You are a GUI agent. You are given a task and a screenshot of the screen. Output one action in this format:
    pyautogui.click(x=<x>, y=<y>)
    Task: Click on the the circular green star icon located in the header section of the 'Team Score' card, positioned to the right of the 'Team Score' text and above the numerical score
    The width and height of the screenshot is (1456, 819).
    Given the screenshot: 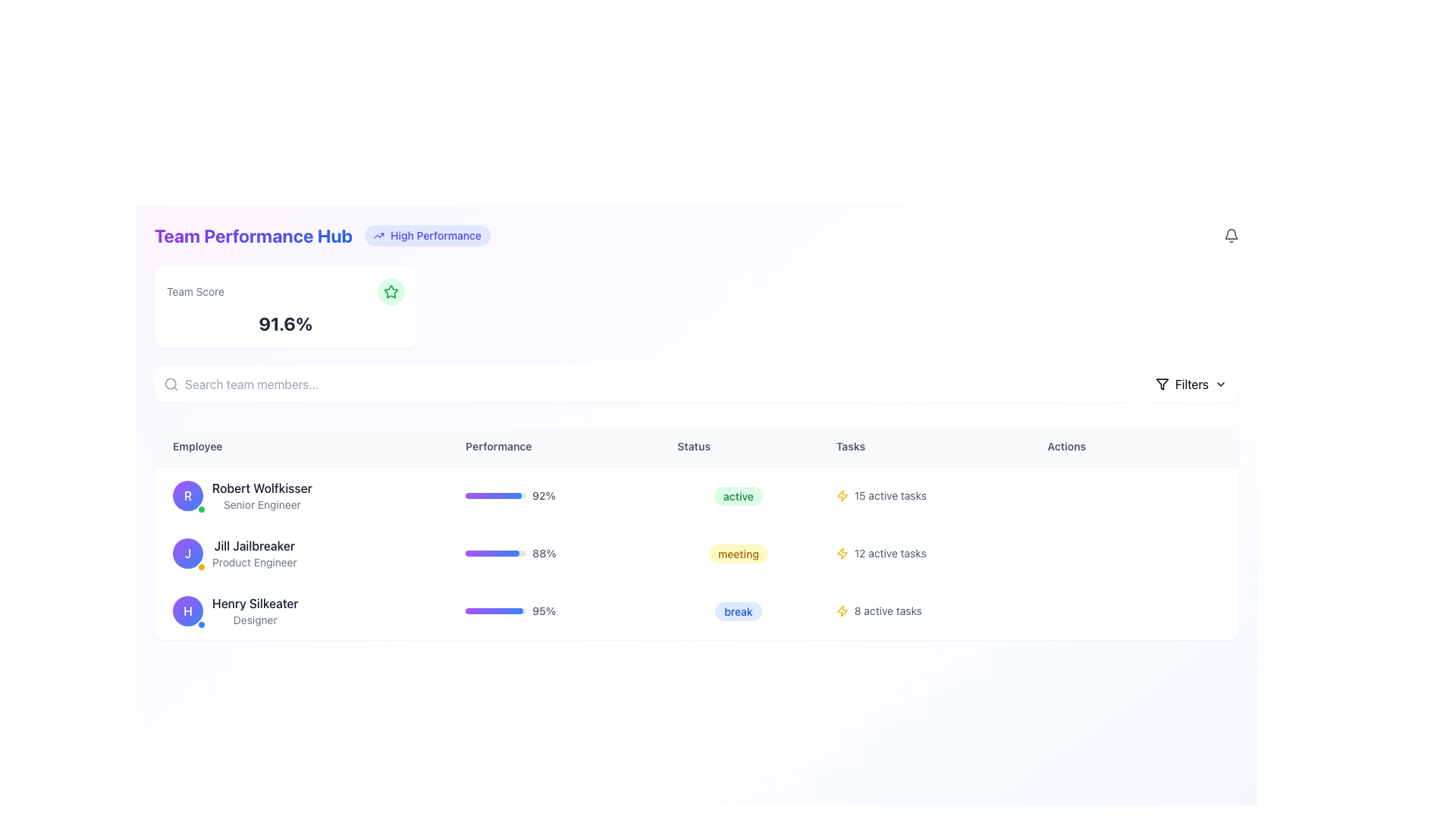 What is the action you would take?
    pyautogui.click(x=391, y=292)
    